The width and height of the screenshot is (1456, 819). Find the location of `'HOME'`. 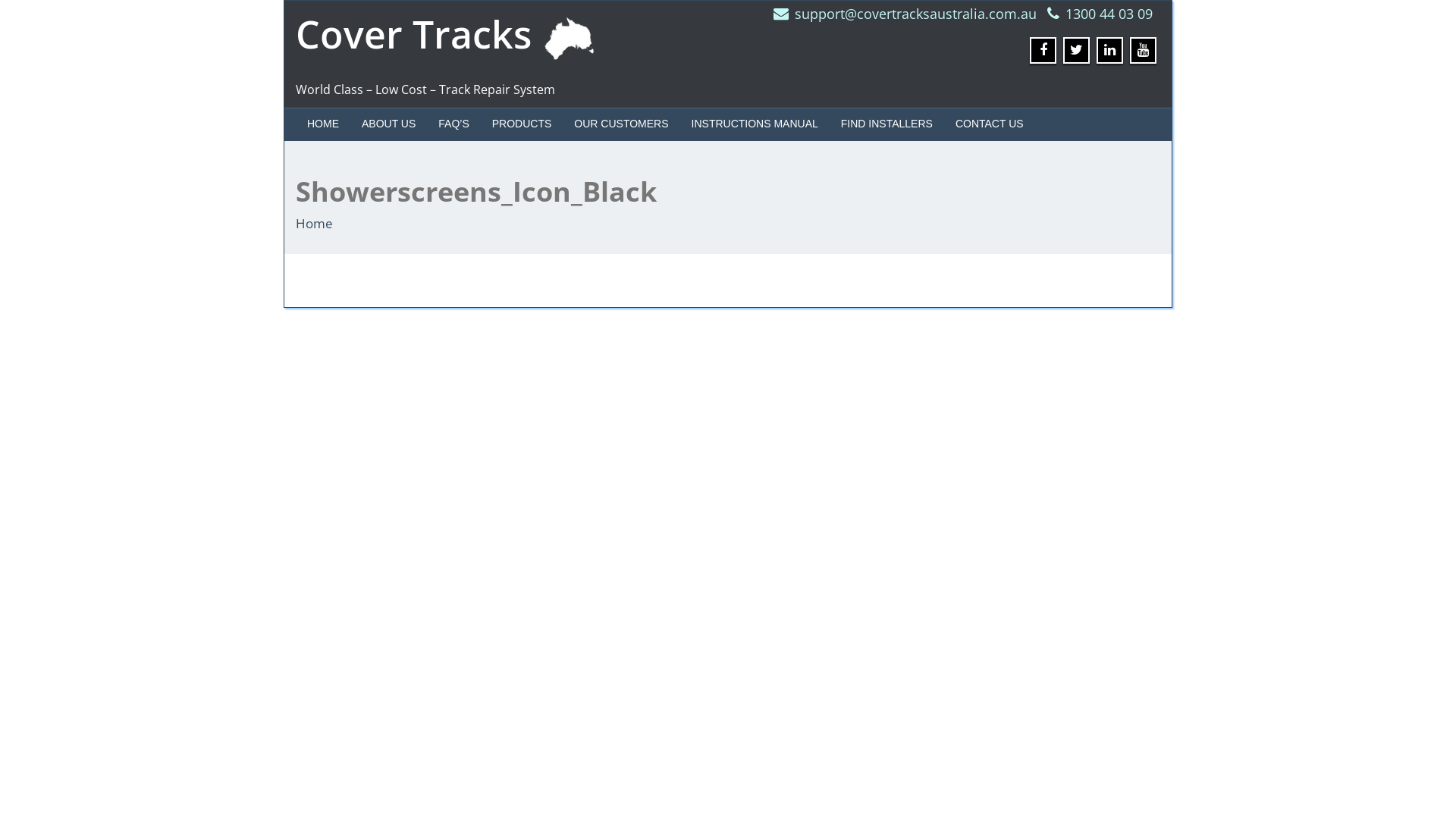

'HOME' is located at coordinates (295, 122).